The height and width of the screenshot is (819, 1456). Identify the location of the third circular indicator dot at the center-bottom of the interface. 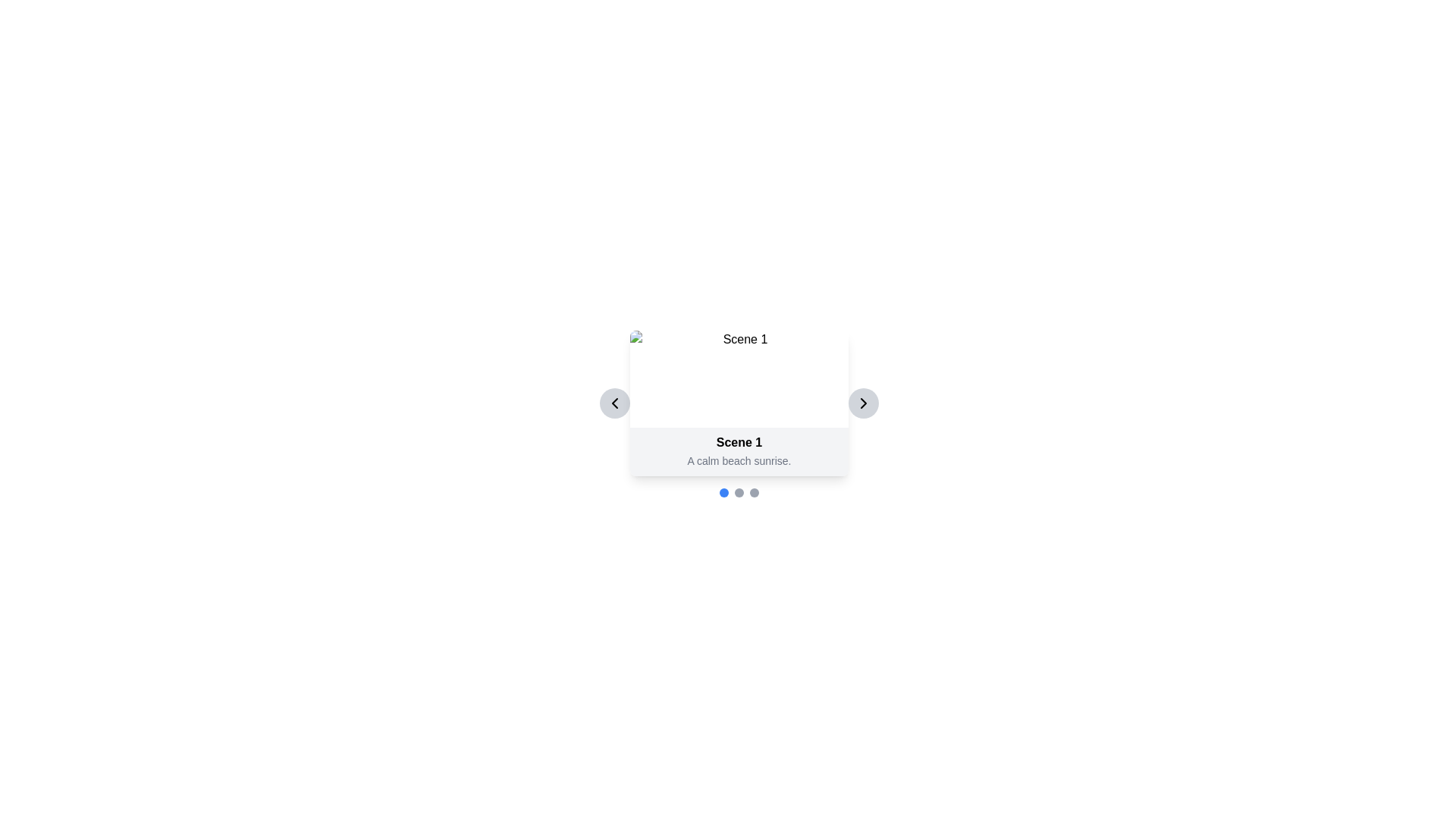
(754, 493).